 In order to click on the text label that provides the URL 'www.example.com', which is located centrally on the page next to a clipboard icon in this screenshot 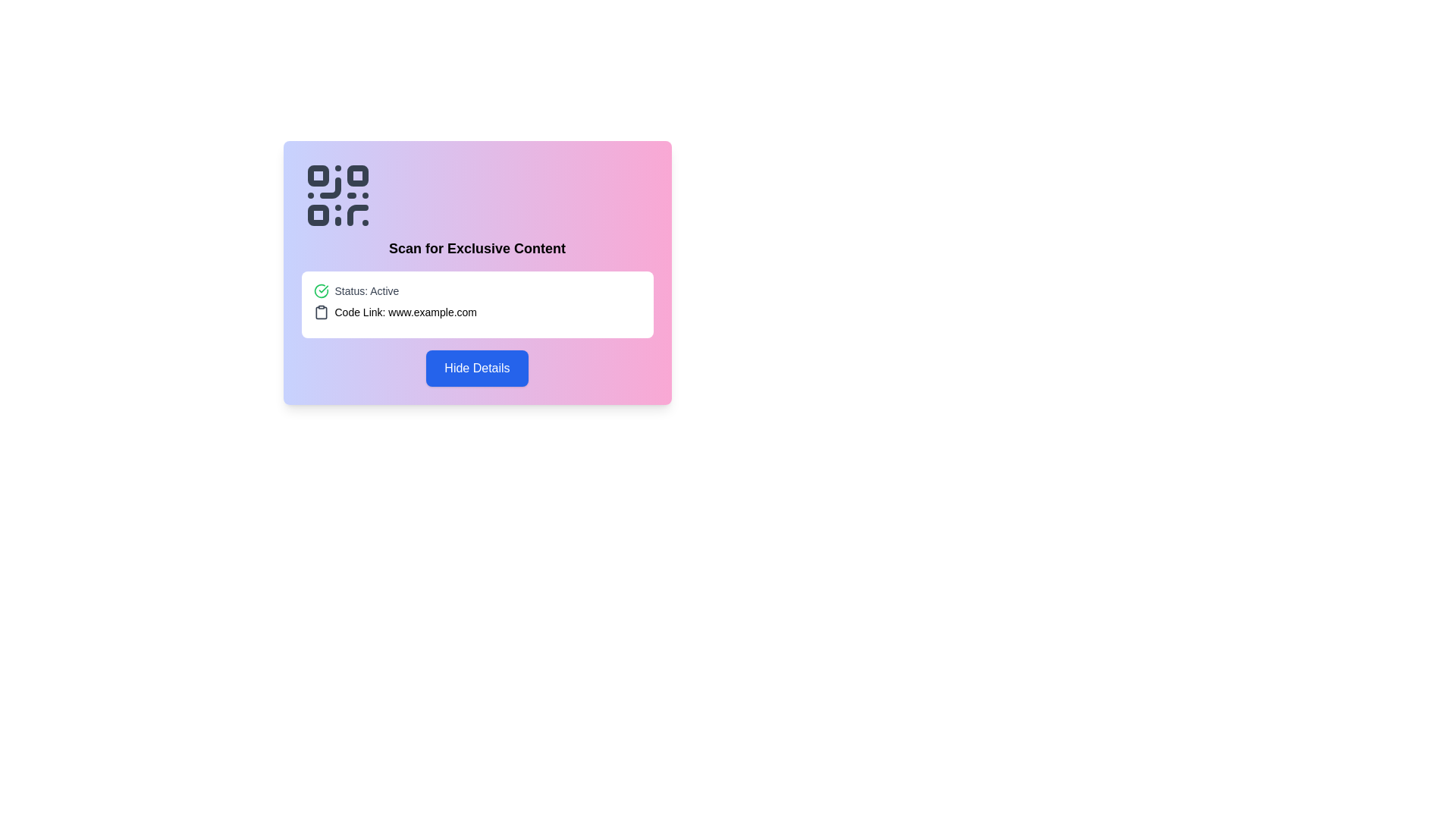, I will do `click(406, 312)`.